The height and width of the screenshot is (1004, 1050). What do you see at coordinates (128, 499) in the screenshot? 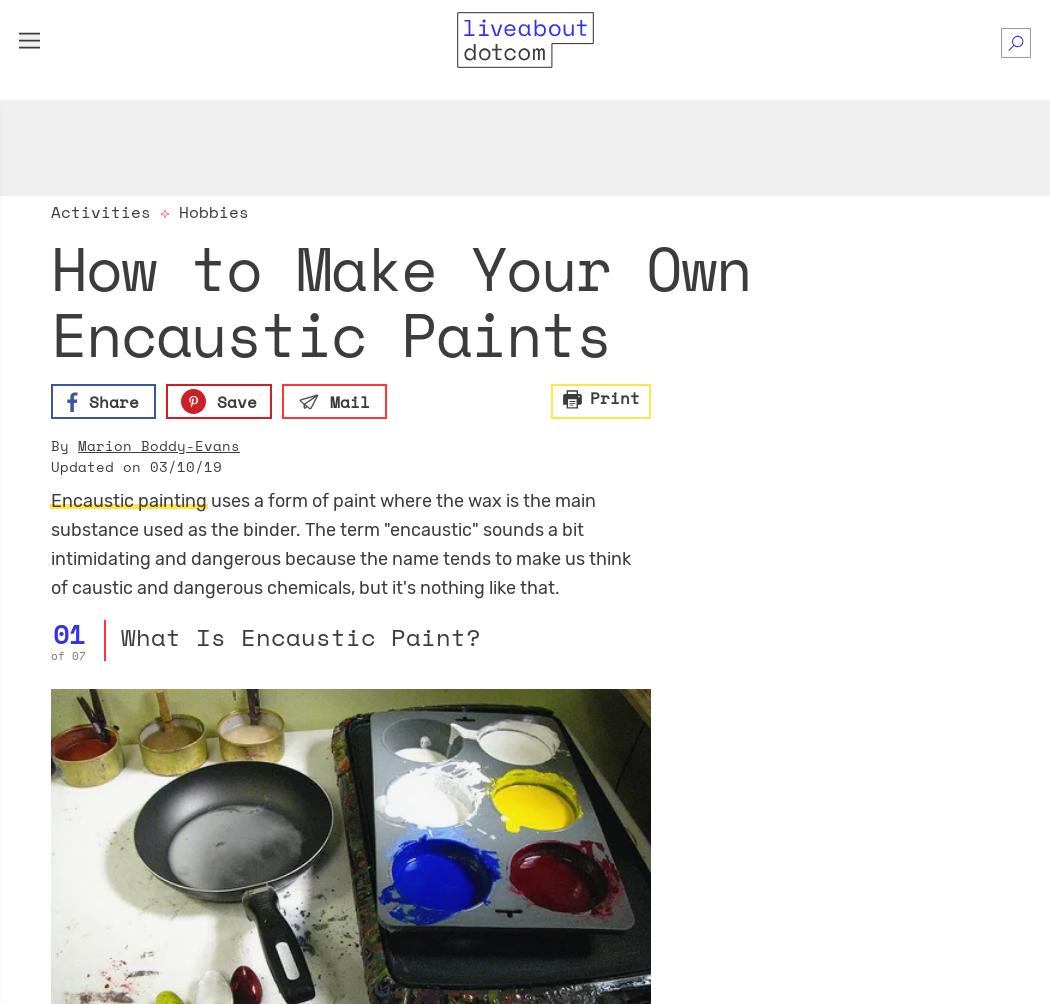
I see `'Encaustic painting'` at bounding box center [128, 499].